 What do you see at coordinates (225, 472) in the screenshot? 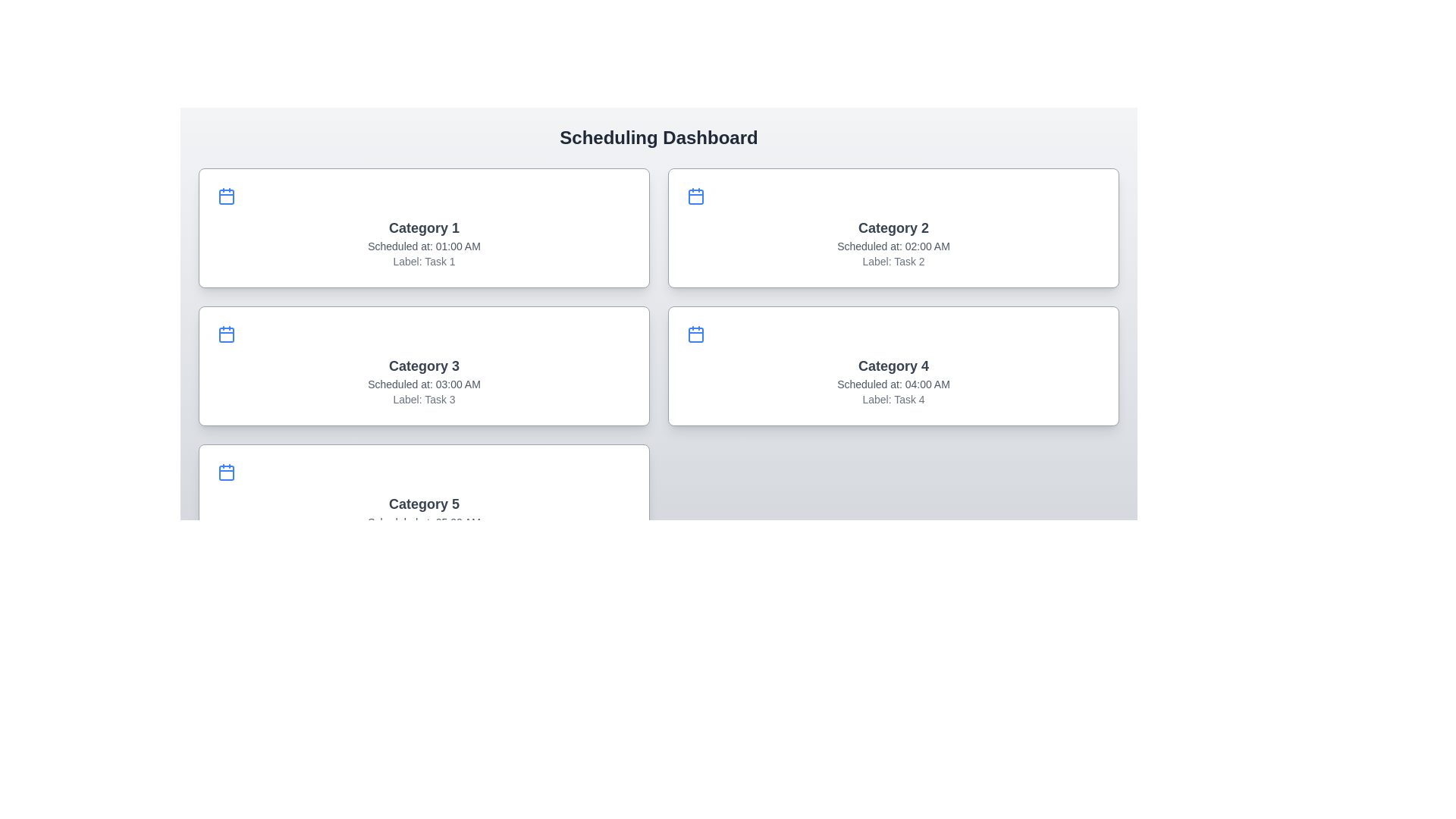
I see `the calendar icon located in the left panel adjacent to the text 'Category 5'` at bounding box center [225, 472].